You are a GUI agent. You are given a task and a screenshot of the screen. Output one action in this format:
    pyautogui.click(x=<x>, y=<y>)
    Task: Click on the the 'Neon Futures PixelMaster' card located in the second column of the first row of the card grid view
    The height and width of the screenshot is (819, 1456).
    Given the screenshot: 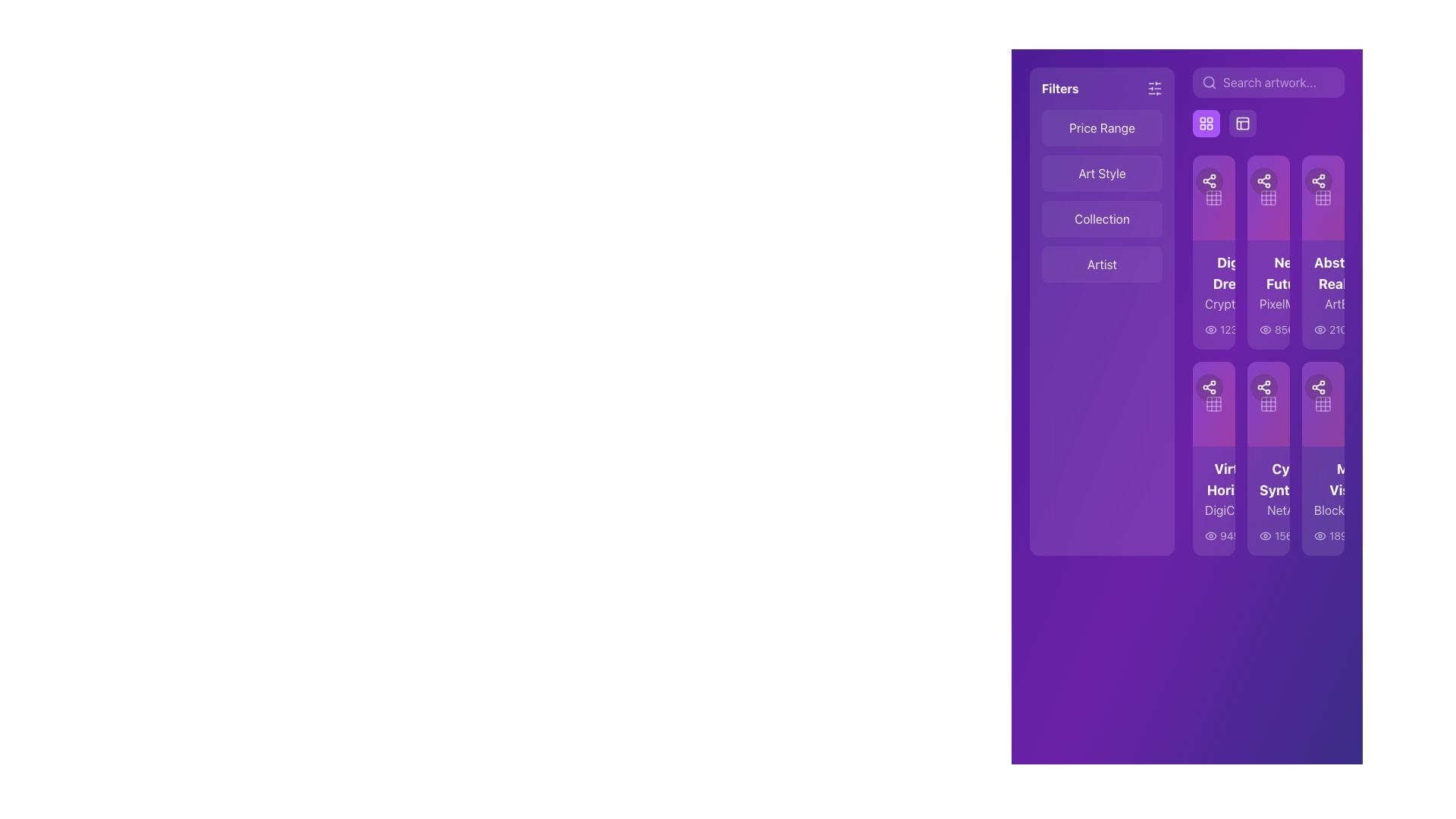 What is the action you would take?
    pyautogui.click(x=1269, y=283)
    